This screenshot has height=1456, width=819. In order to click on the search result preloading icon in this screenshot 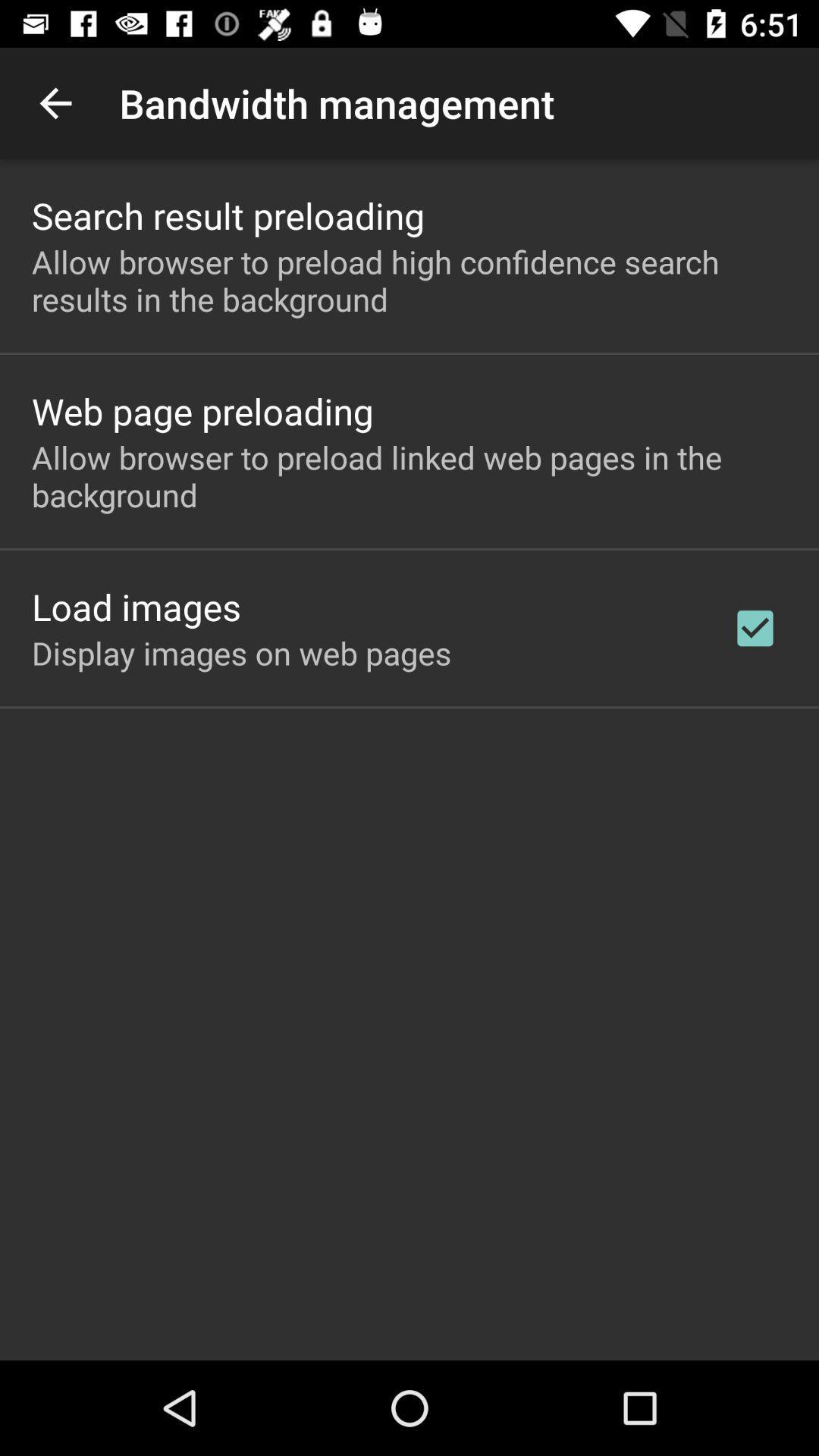, I will do `click(228, 215)`.